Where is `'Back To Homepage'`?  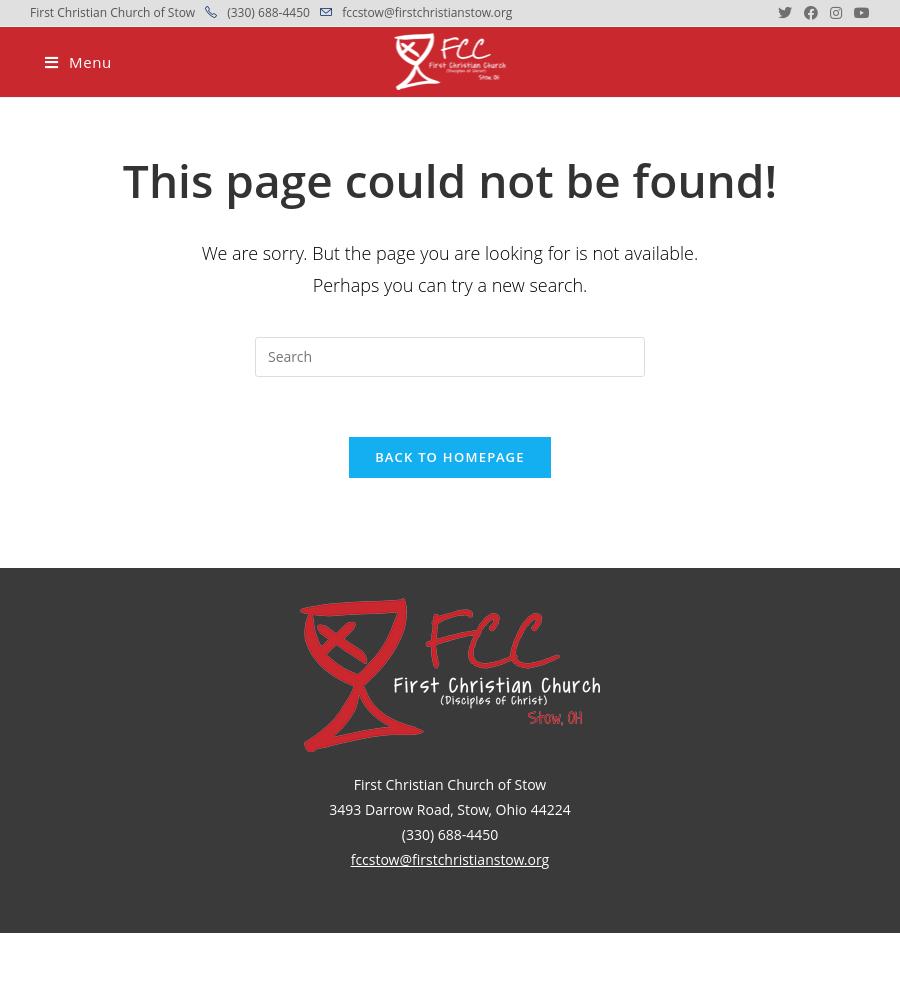 'Back To Homepage' is located at coordinates (375, 455).